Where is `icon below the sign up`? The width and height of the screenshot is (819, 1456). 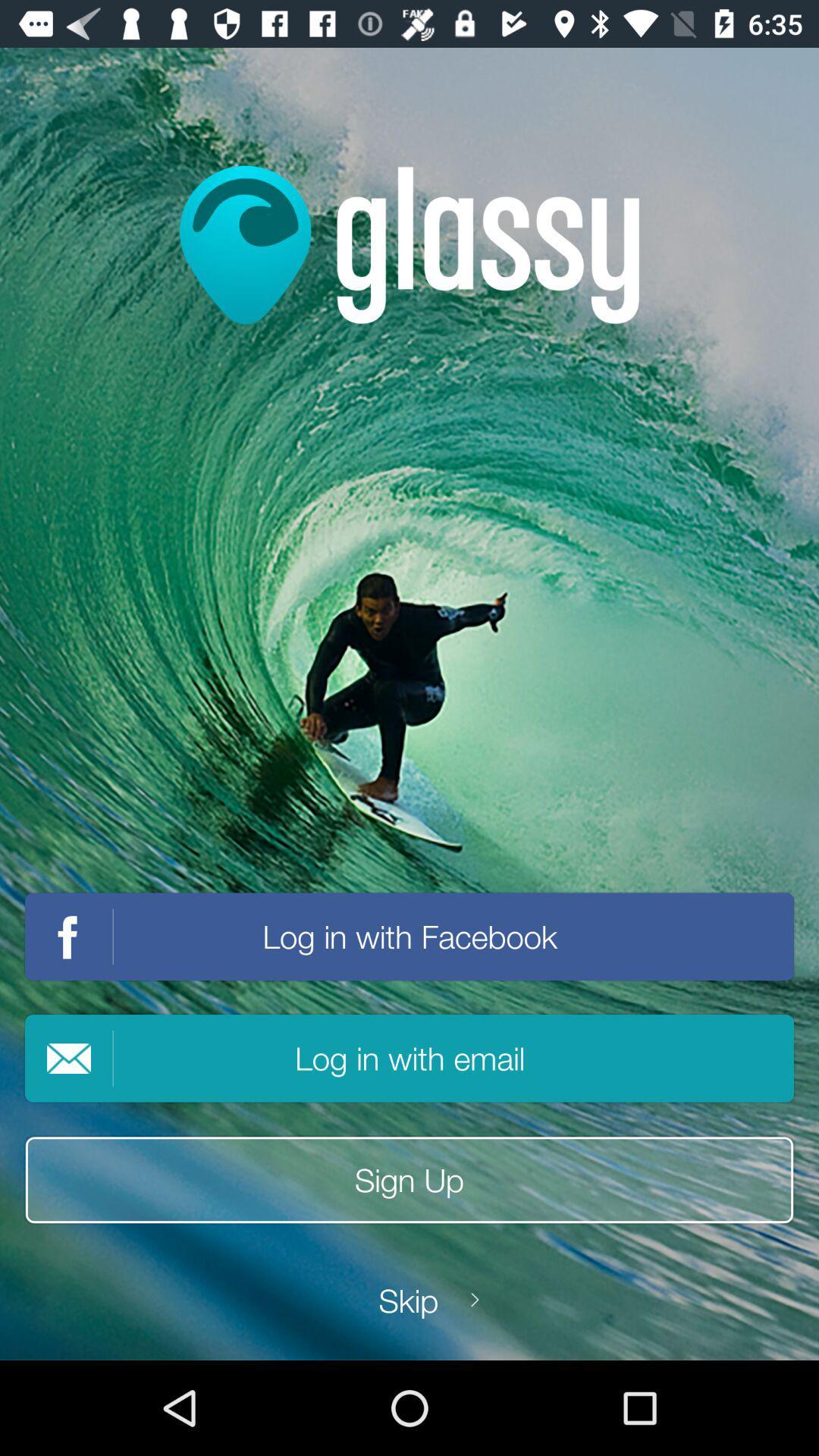 icon below the sign up is located at coordinates (408, 1300).